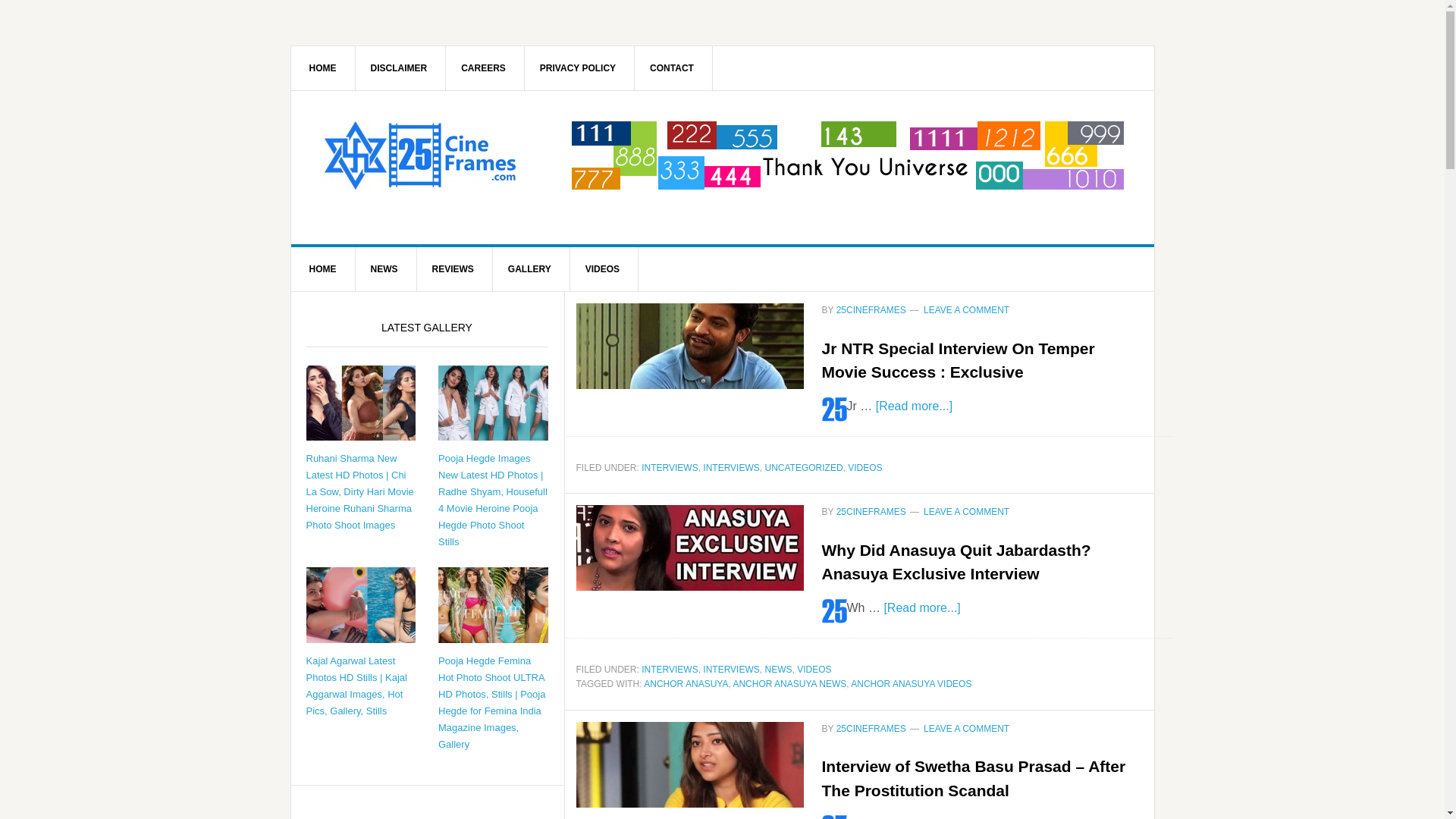 Image resolution: width=1456 pixels, height=819 pixels. Describe the element at coordinates (641, 669) in the screenshot. I see `'INTERVIEWS'` at that location.